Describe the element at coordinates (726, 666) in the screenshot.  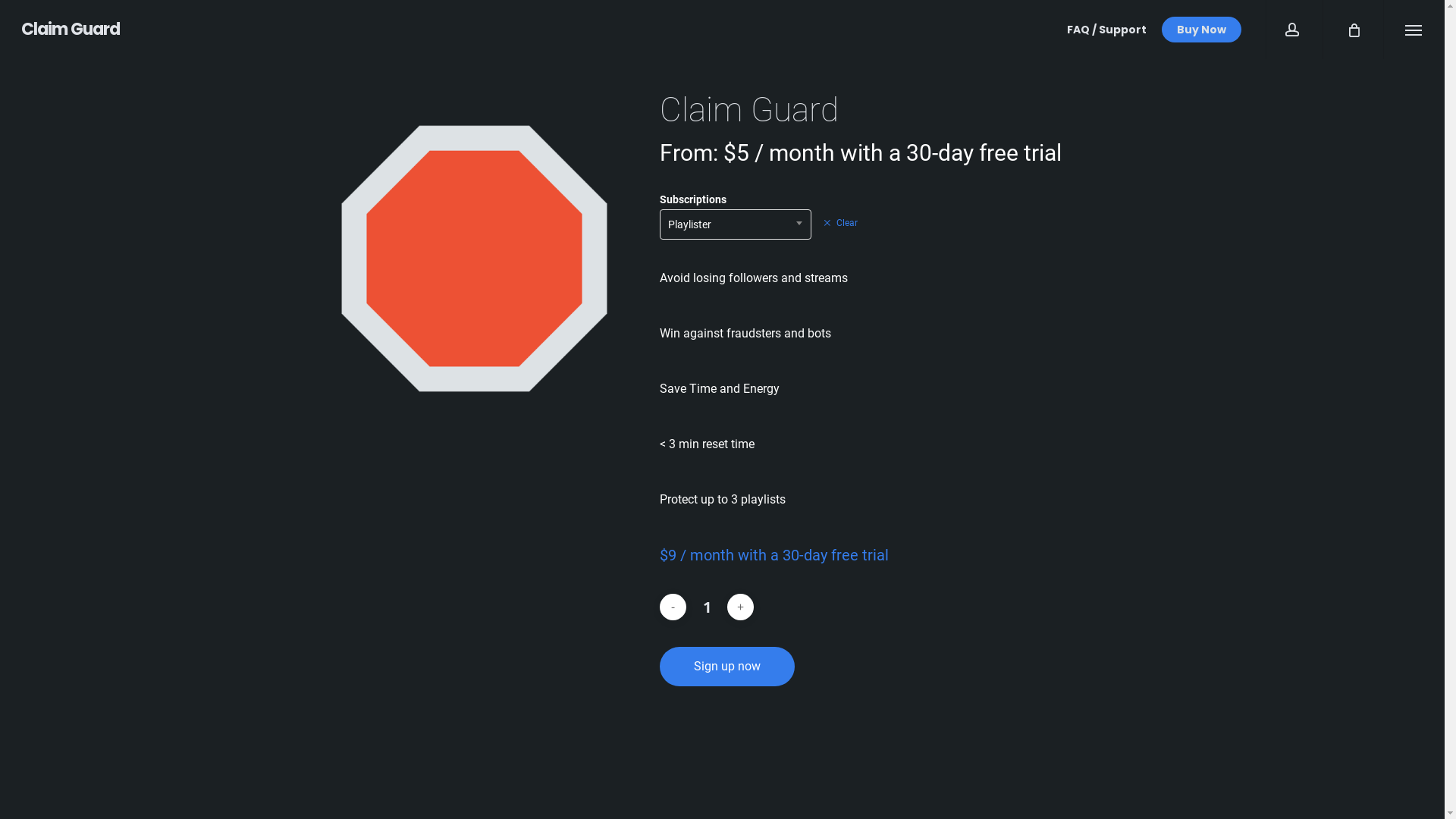
I see `'Sign up now'` at that location.